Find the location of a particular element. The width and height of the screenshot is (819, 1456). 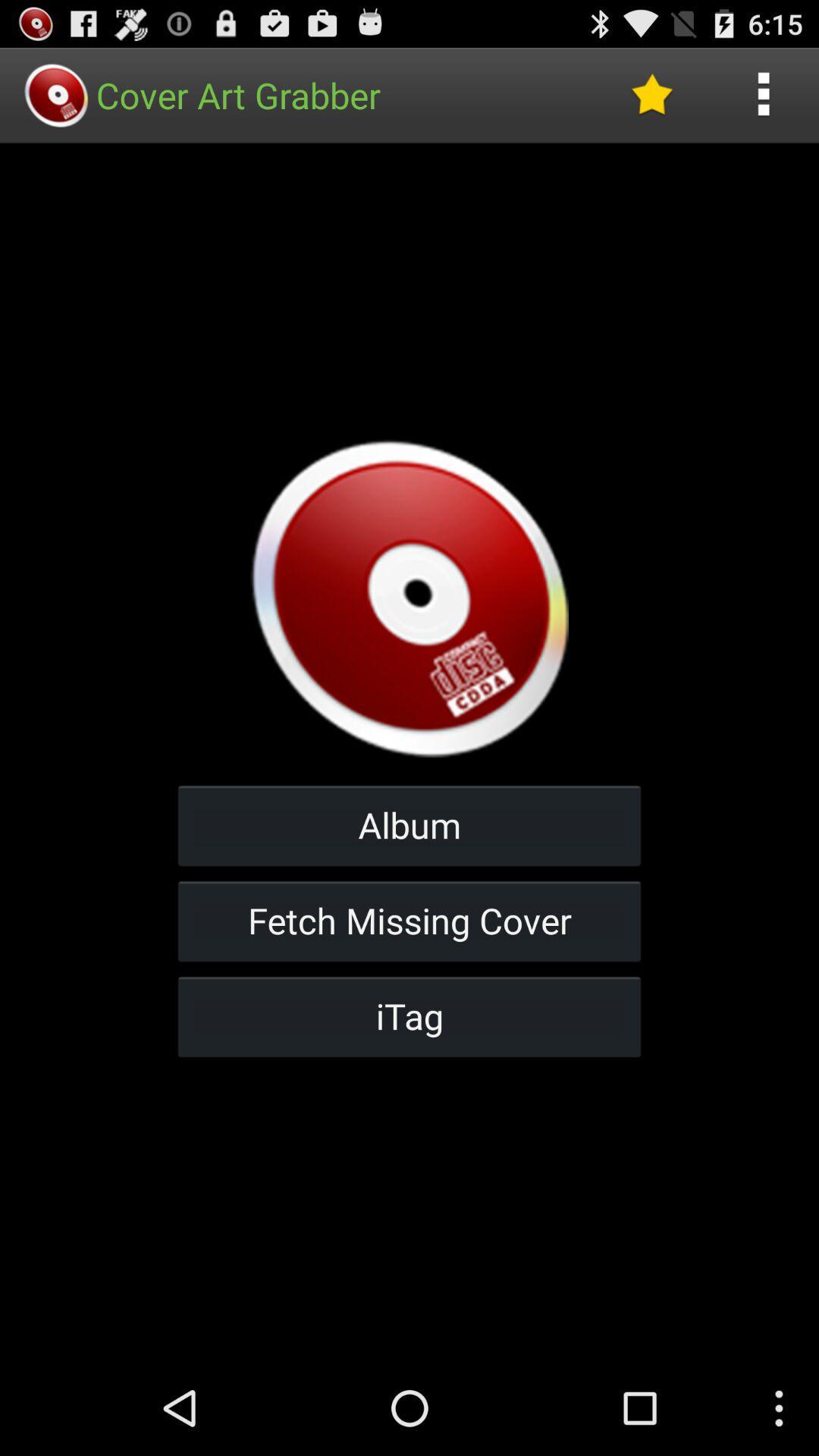

the icon below fetch missing cover item is located at coordinates (409, 1016).